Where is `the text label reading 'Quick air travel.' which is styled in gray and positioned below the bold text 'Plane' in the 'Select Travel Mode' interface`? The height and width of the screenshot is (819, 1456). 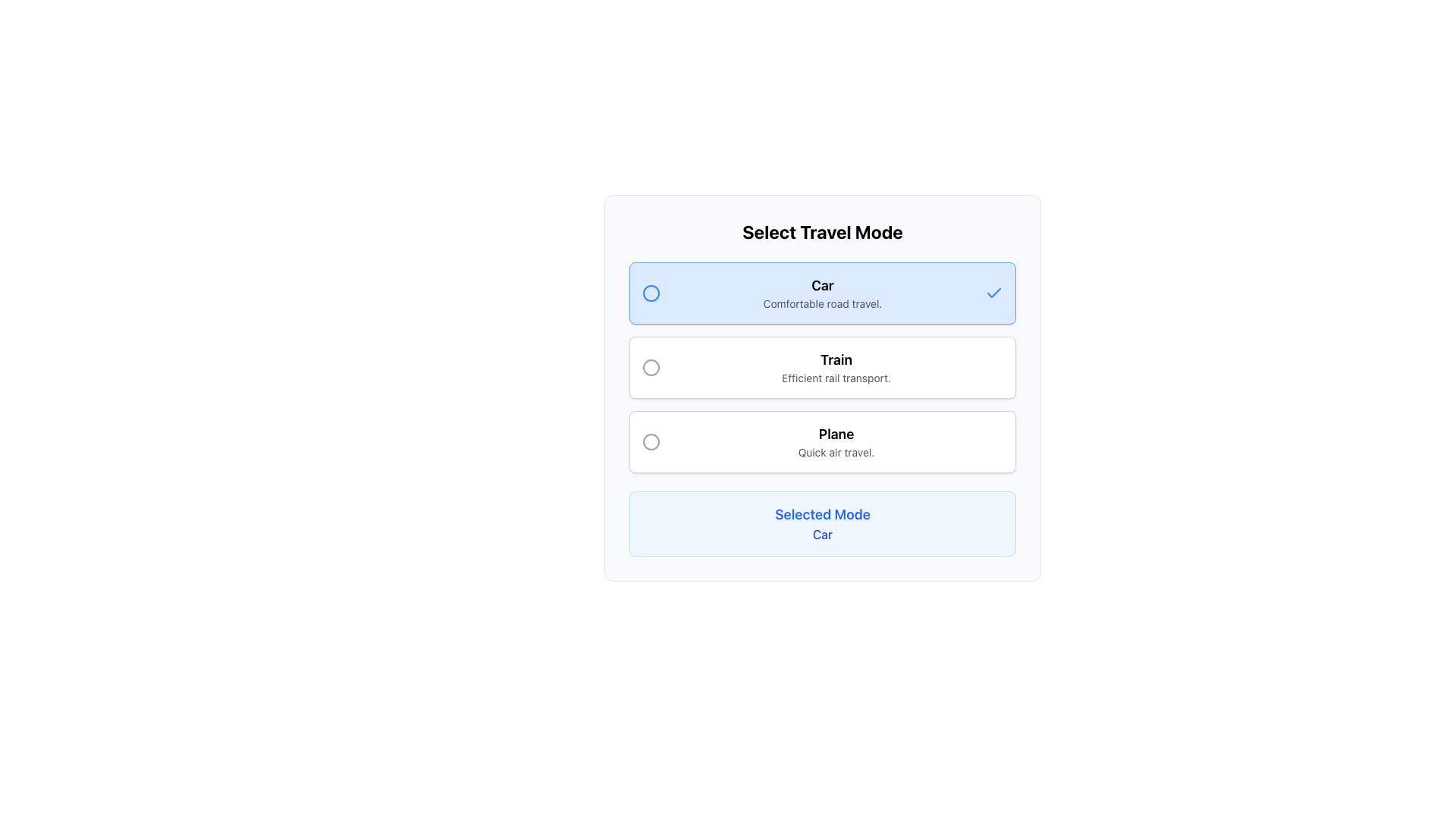
the text label reading 'Quick air travel.' which is styled in gray and positioned below the bold text 'Plane' in the 'Select Travel Mode' interface is located at coordinates (836, 452).